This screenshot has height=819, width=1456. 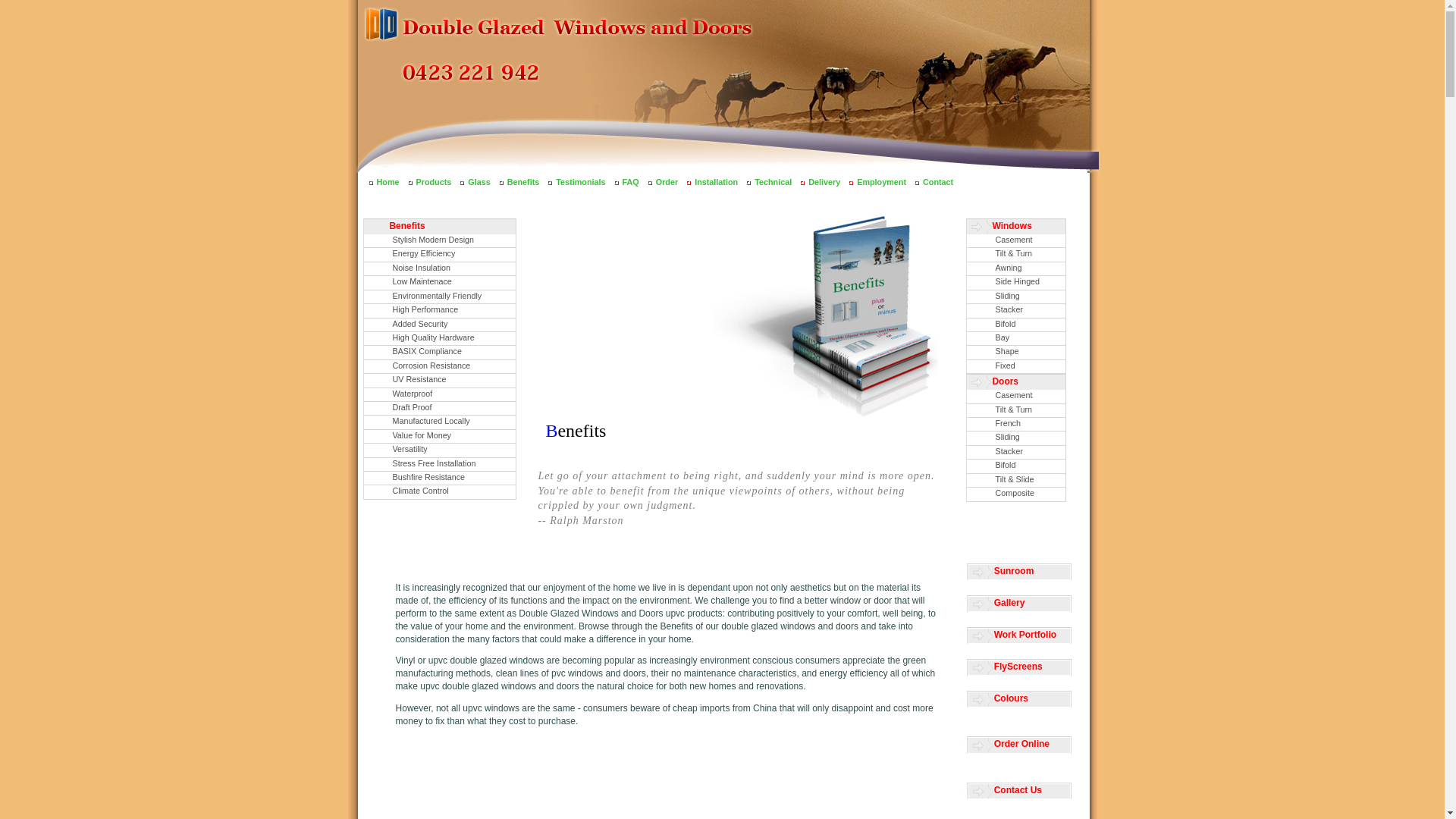 I want to click on 'Contact', so click(x=937, y=180).